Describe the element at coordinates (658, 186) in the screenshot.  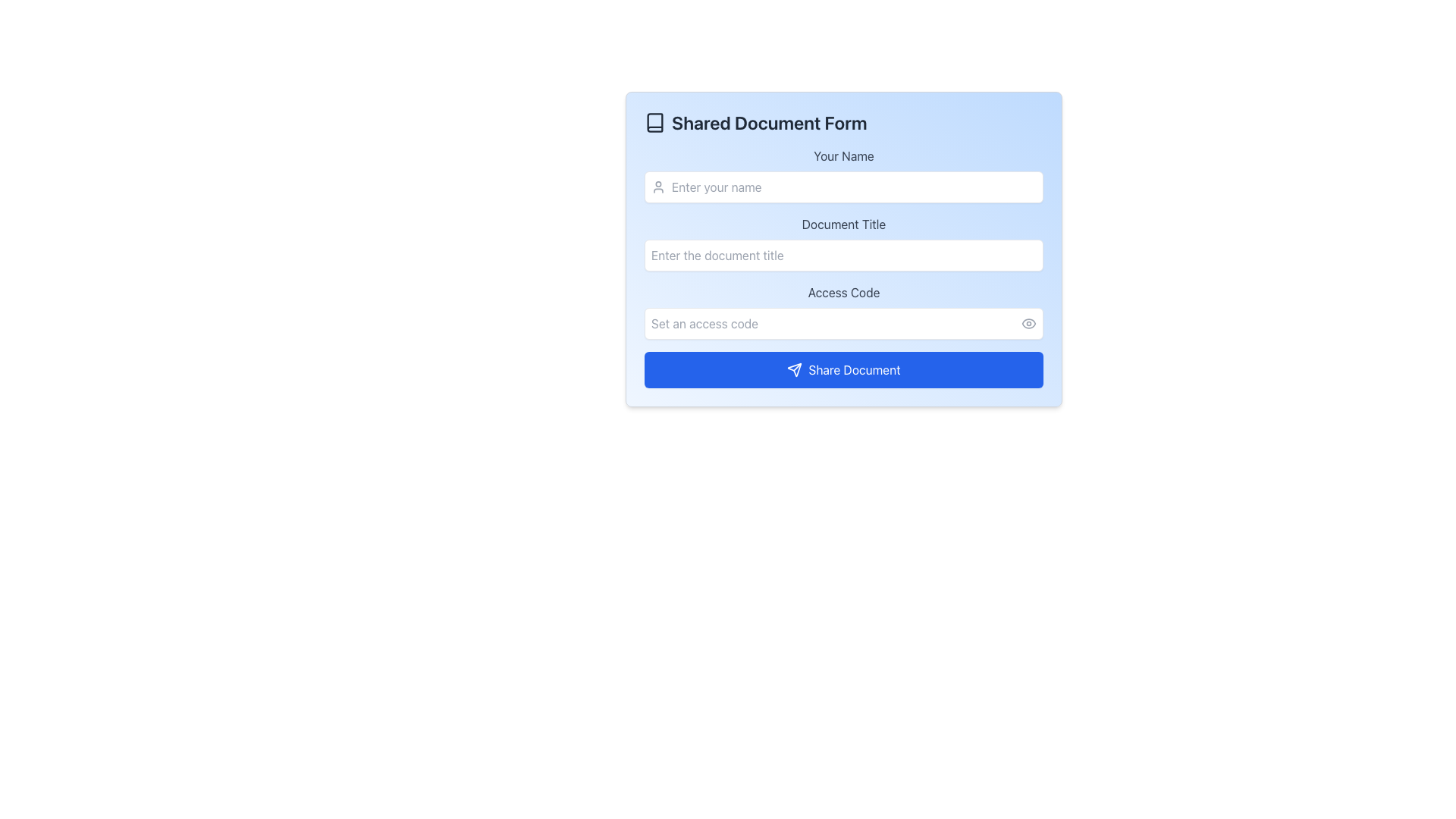
I see `the small, gray-colored Decorative icon that represents a user image placeholder, located to the left of the 'Enter your name' text field` at that location.